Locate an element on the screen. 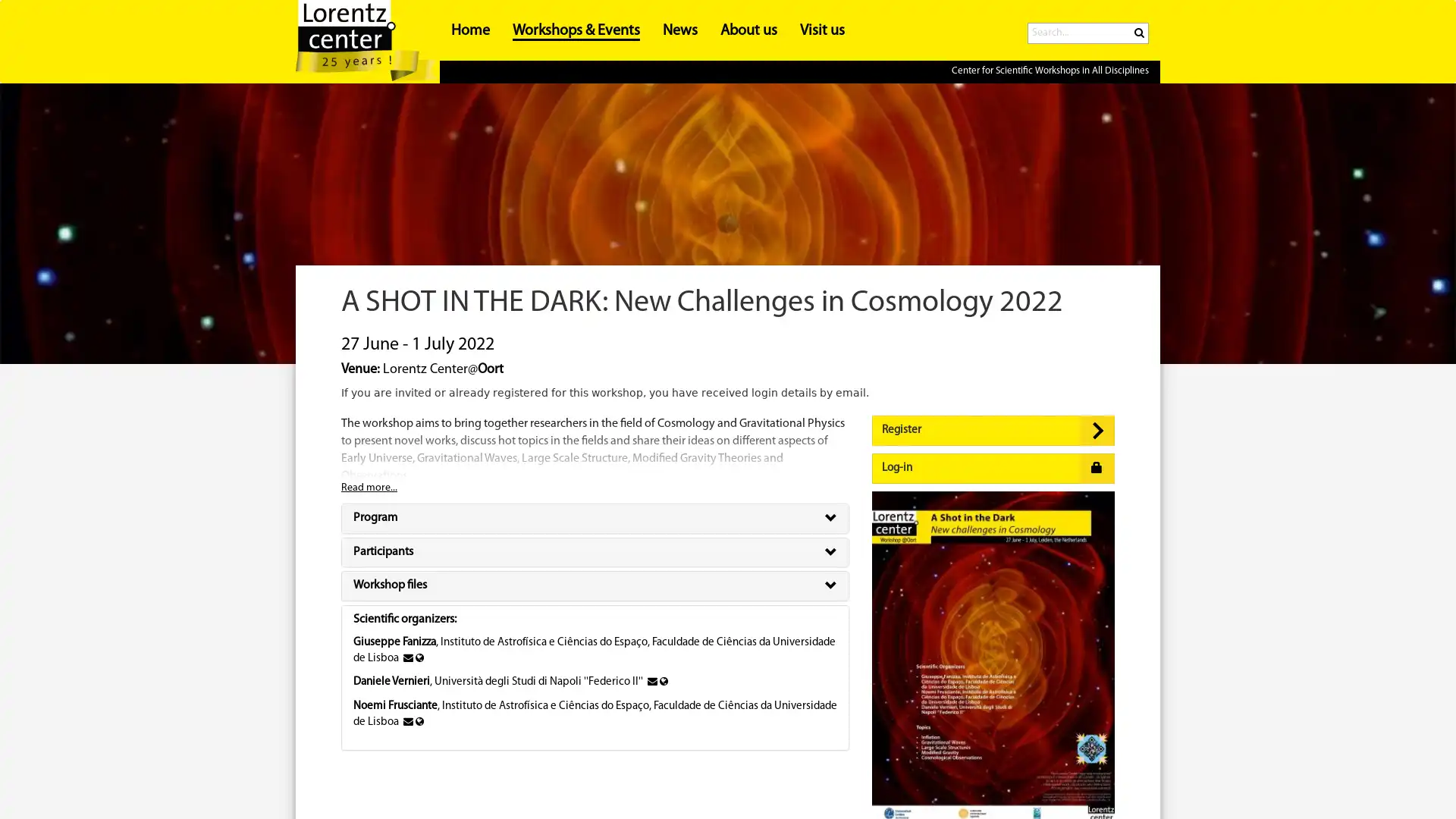  Log-in is located at coordinates (993, 467).